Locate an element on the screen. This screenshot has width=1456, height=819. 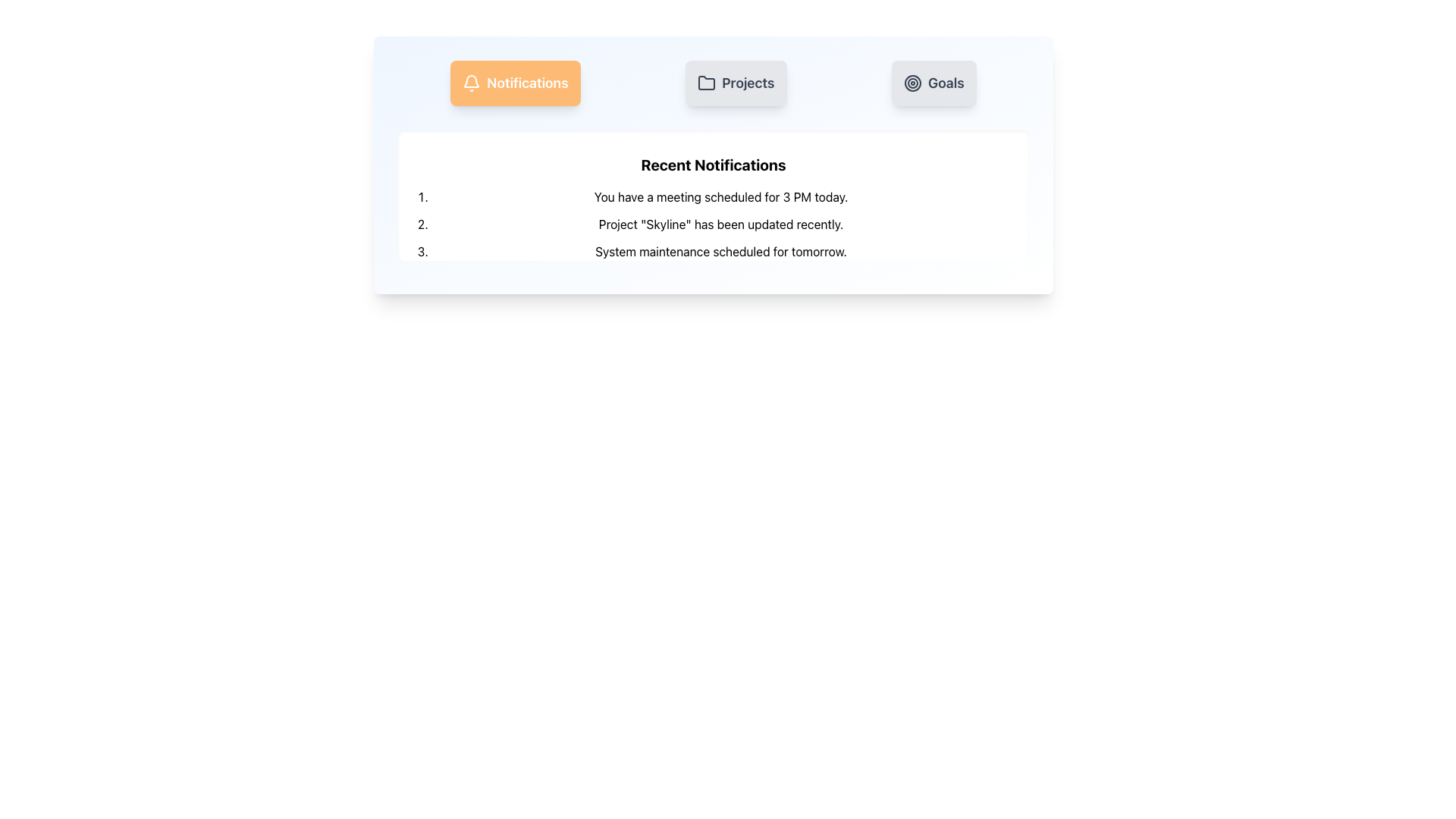
the 'Projects' navigation button, which is the second button in a horizontal row of three, located between the 'Notifications' and 'Goals' buttons, to observe its hover-specific styling effects is located at coordinates (736, 83).